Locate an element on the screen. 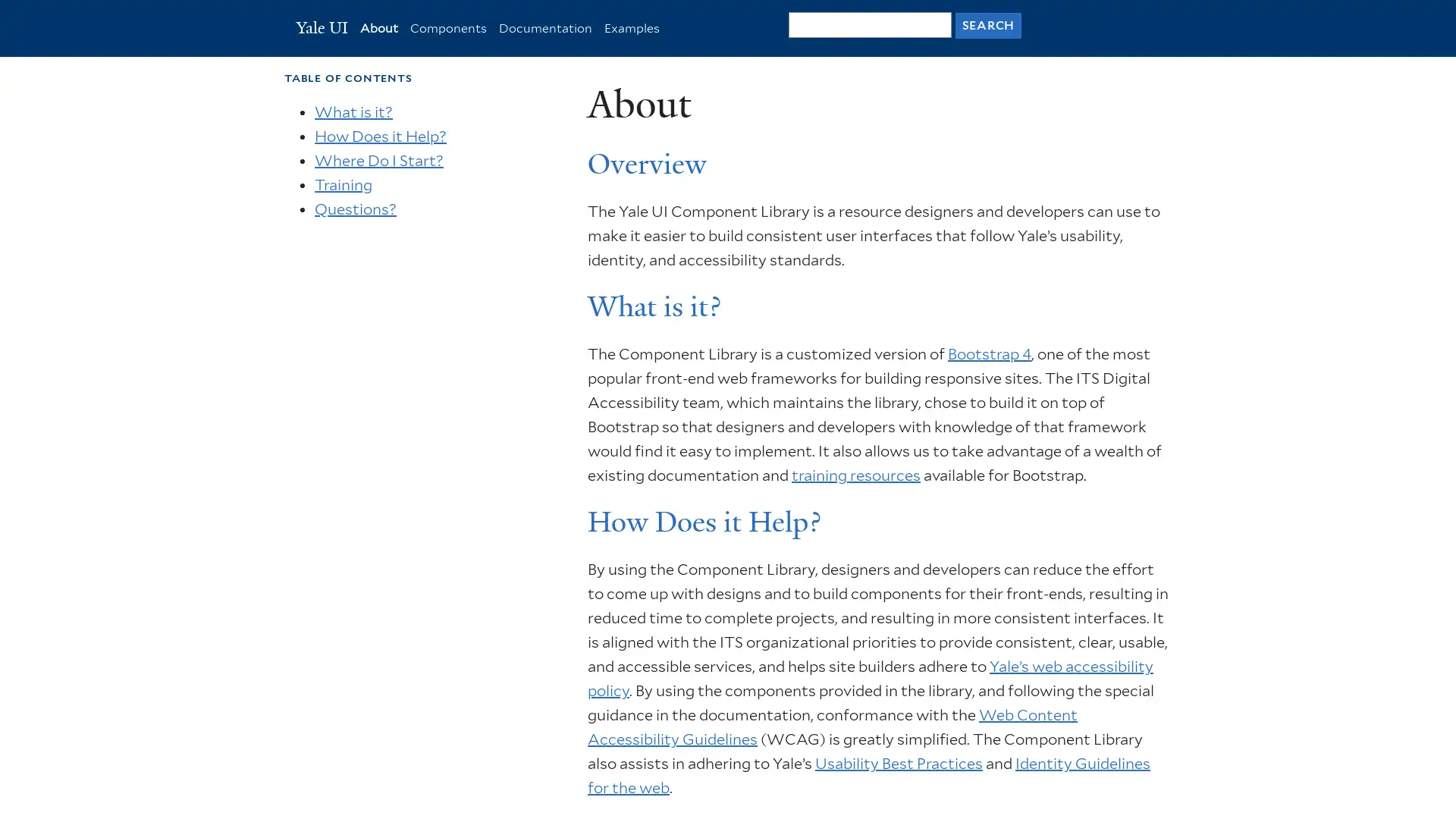 The width and height of the screenshot is (1456, 819). SEARCH is located at coordinates (987, 25).